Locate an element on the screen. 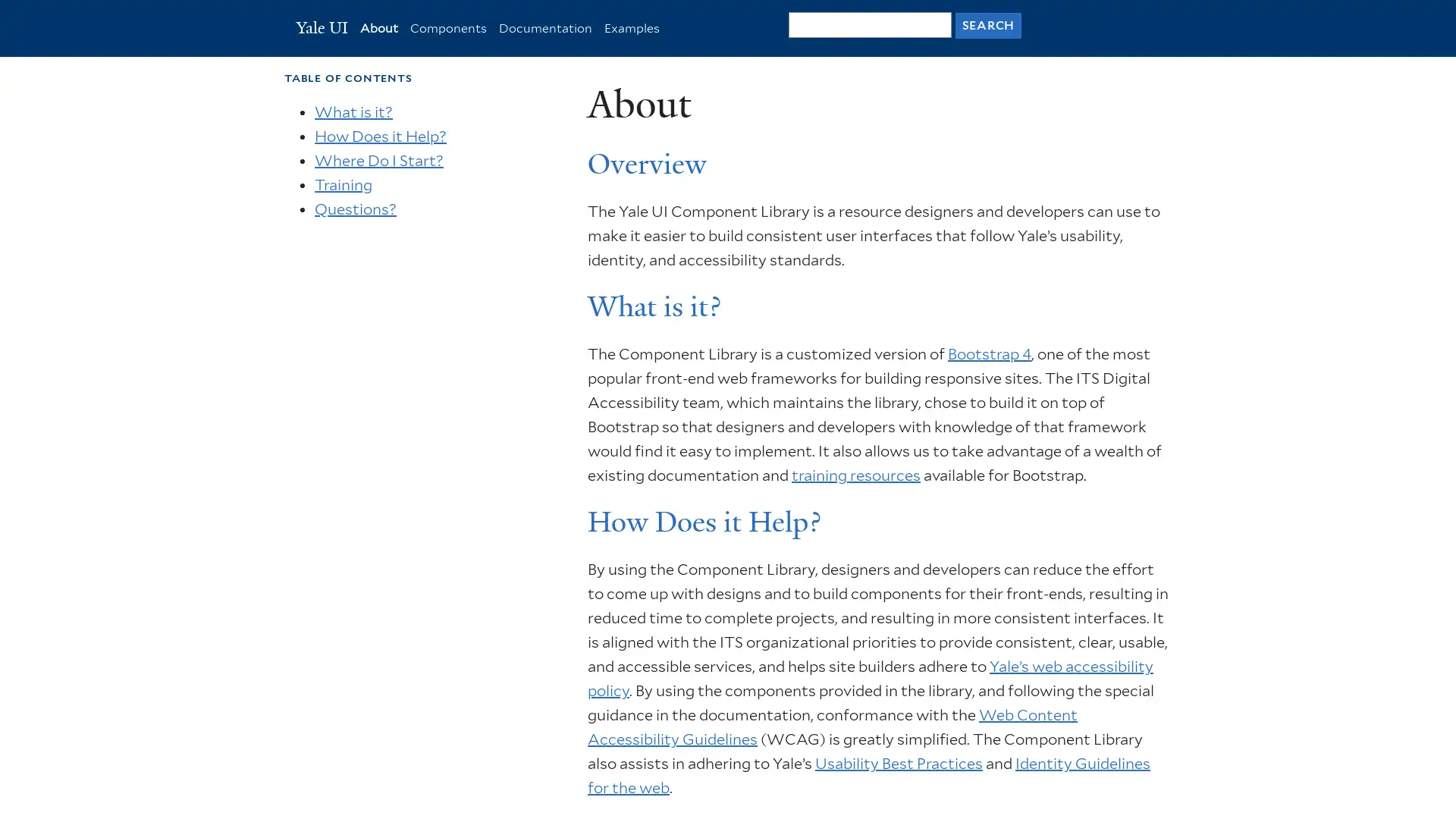 The width and height of the screenshot is (1456, 819). SEARCH is located at coordinates (987, 25).